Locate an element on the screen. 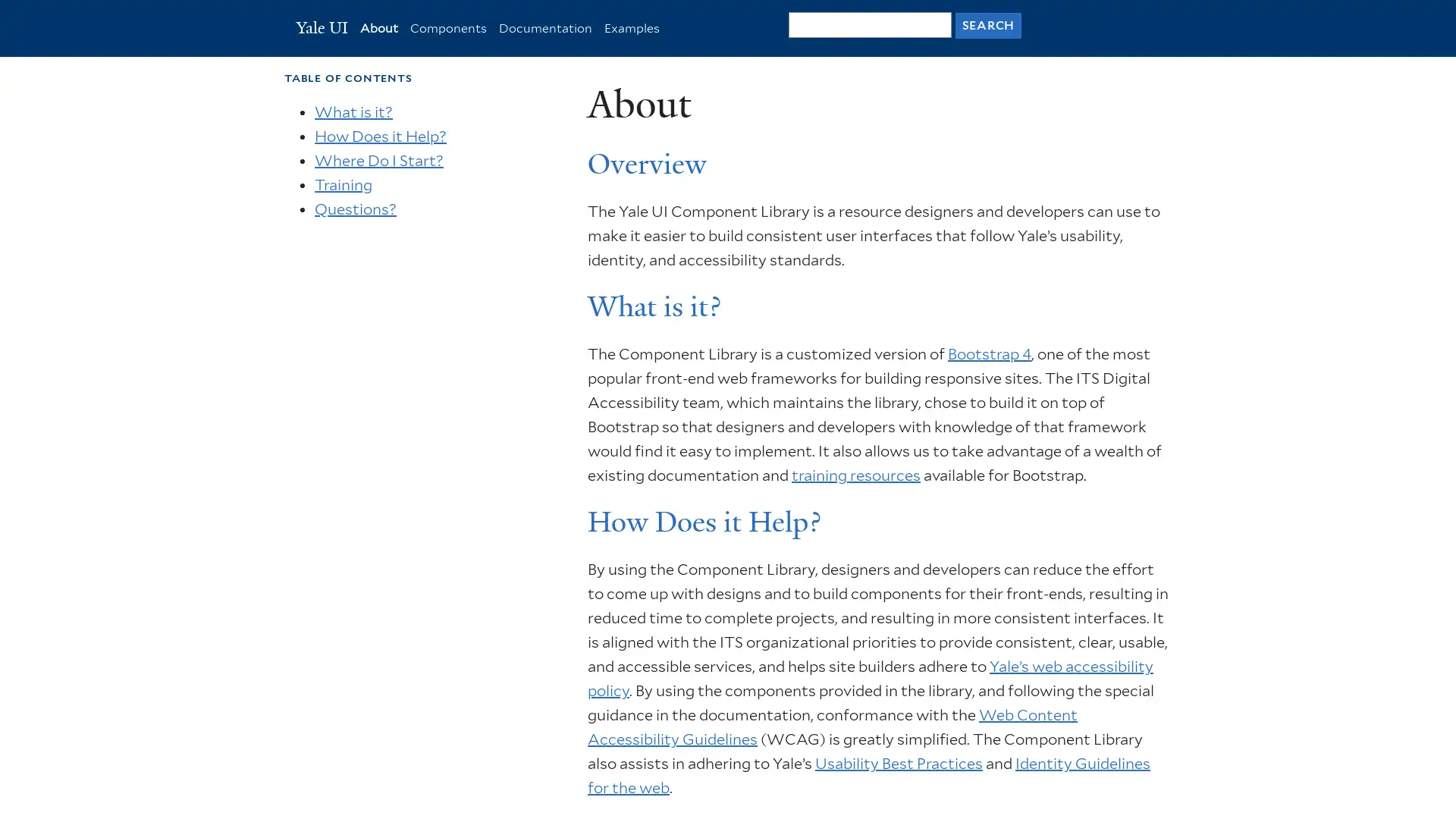 The width and height of the screenshot is (1456, 819). SEARCH is located at coordinates (987, 25).